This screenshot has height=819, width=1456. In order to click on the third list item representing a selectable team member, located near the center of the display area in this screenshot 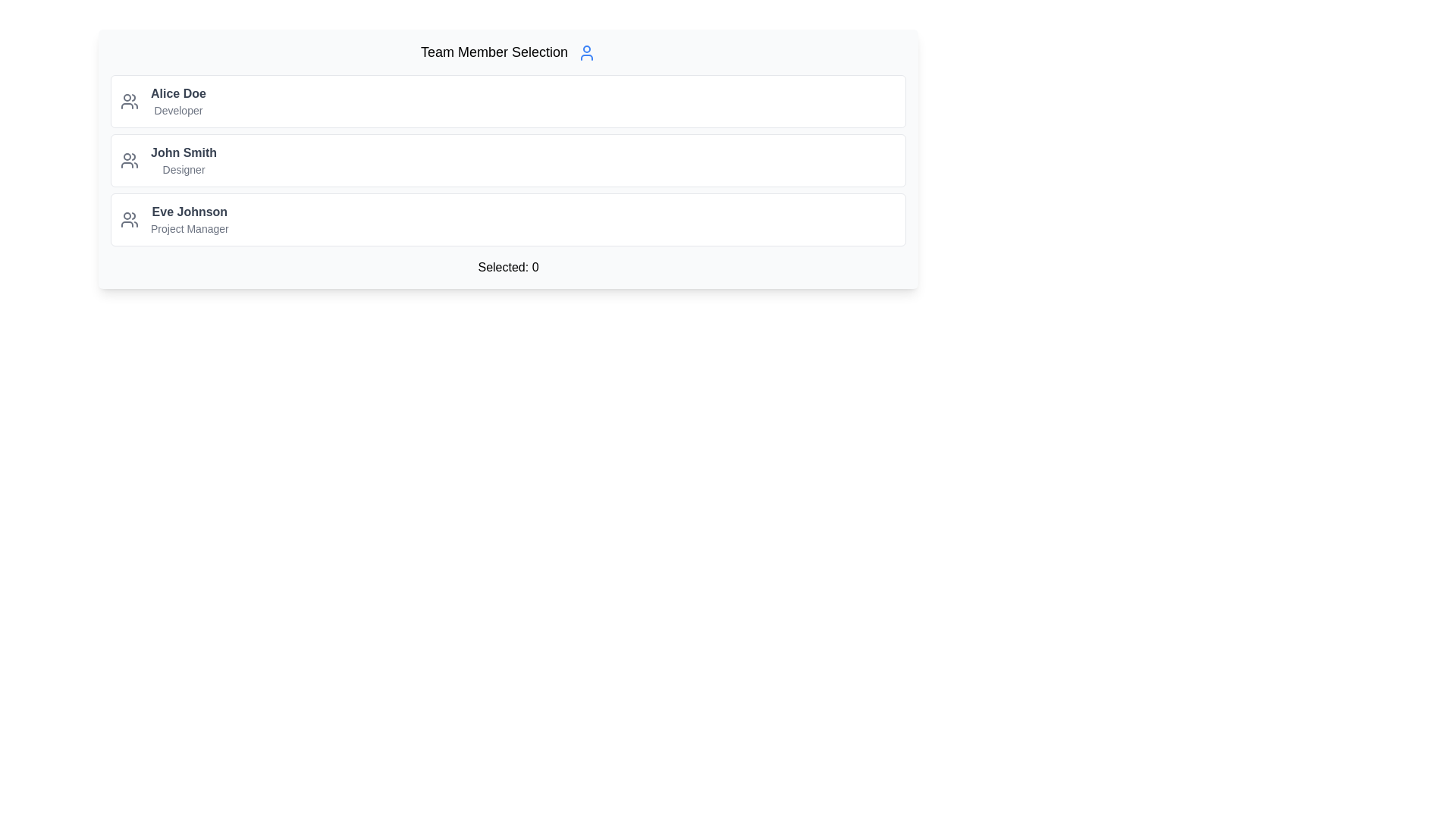, I will do `click(508, 219)`.